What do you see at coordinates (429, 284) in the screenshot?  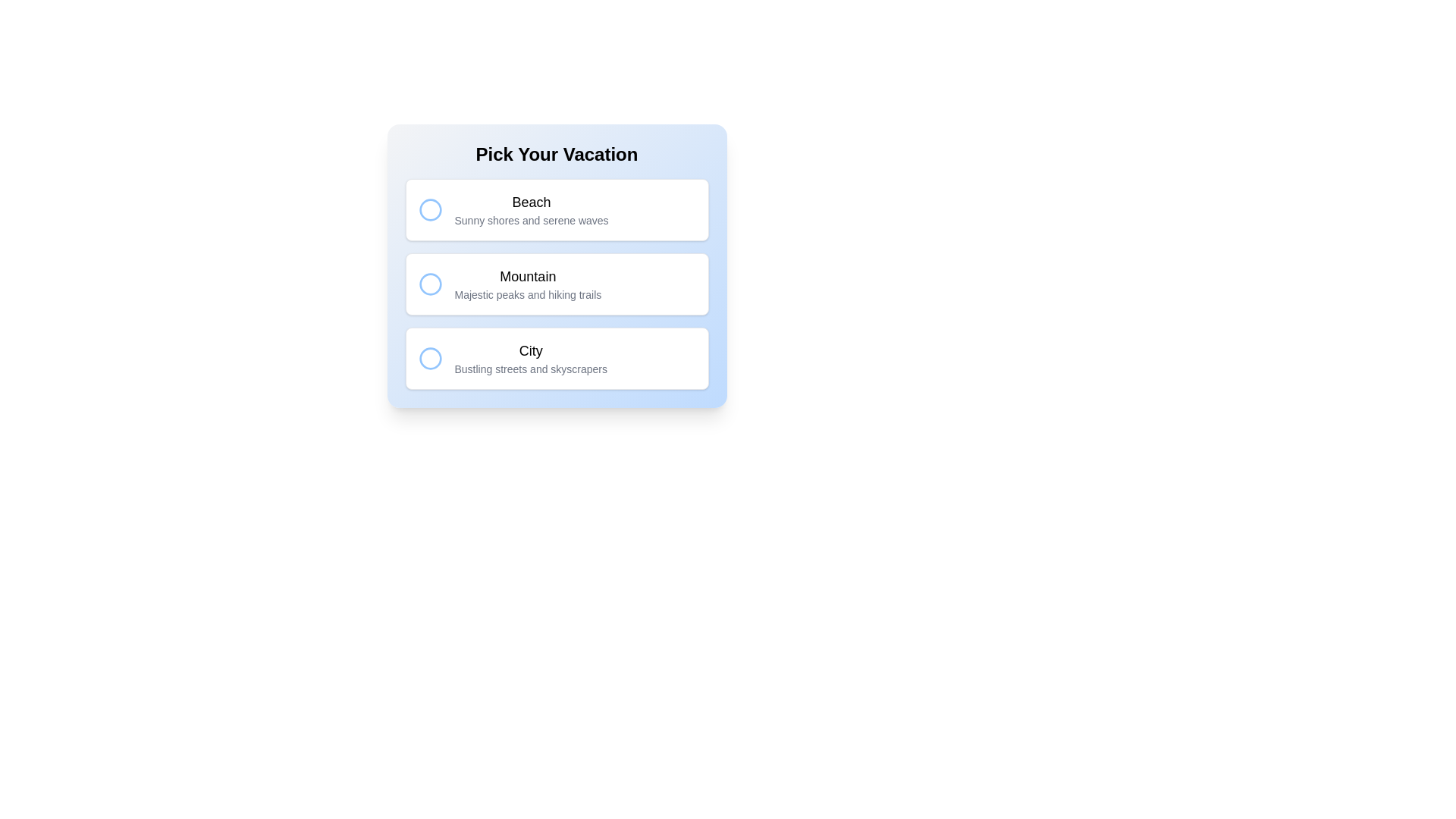 I see `the radio button` at bounding box center [429, 284].